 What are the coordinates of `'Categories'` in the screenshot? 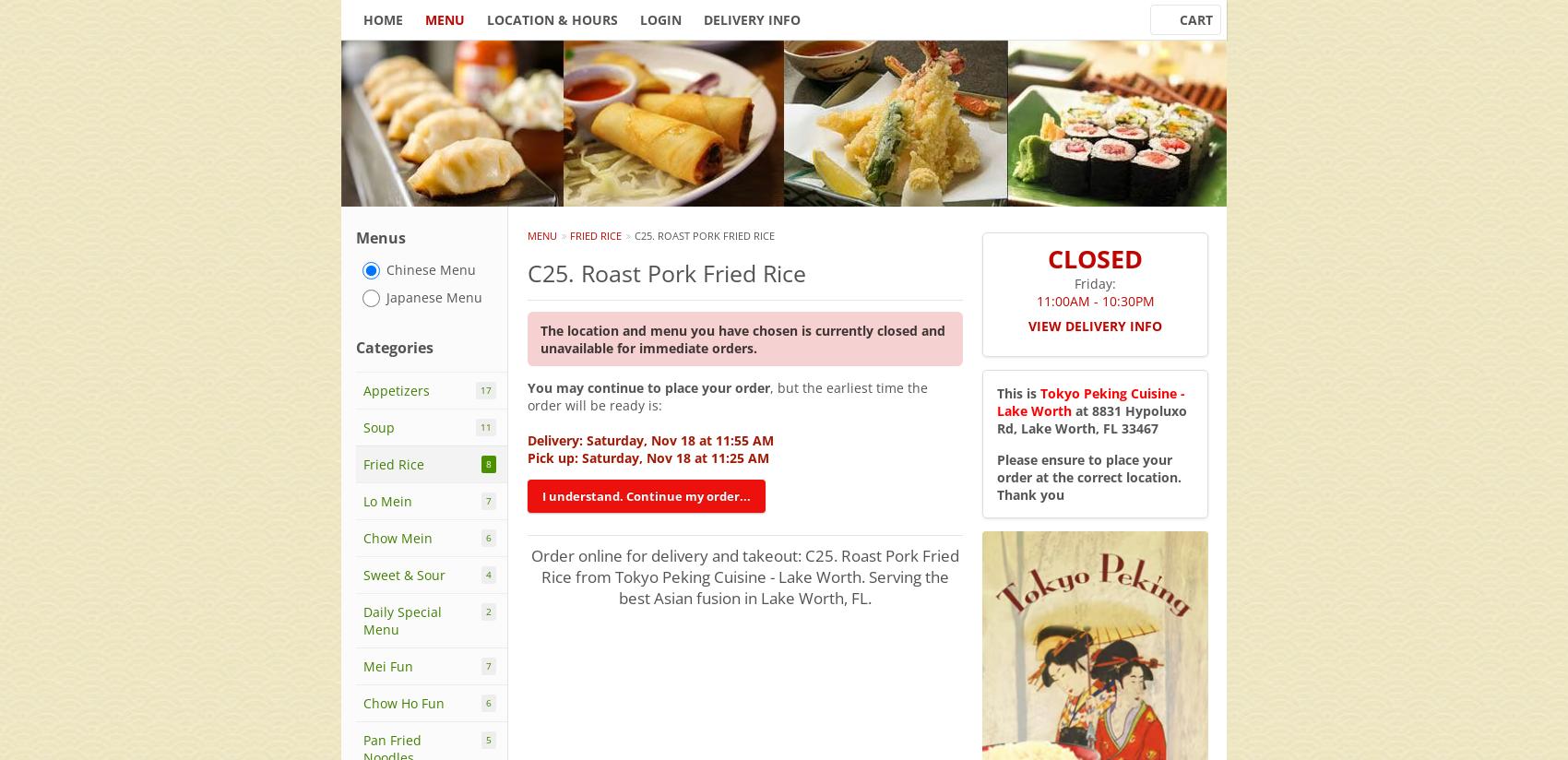 It's located at (395, 346).